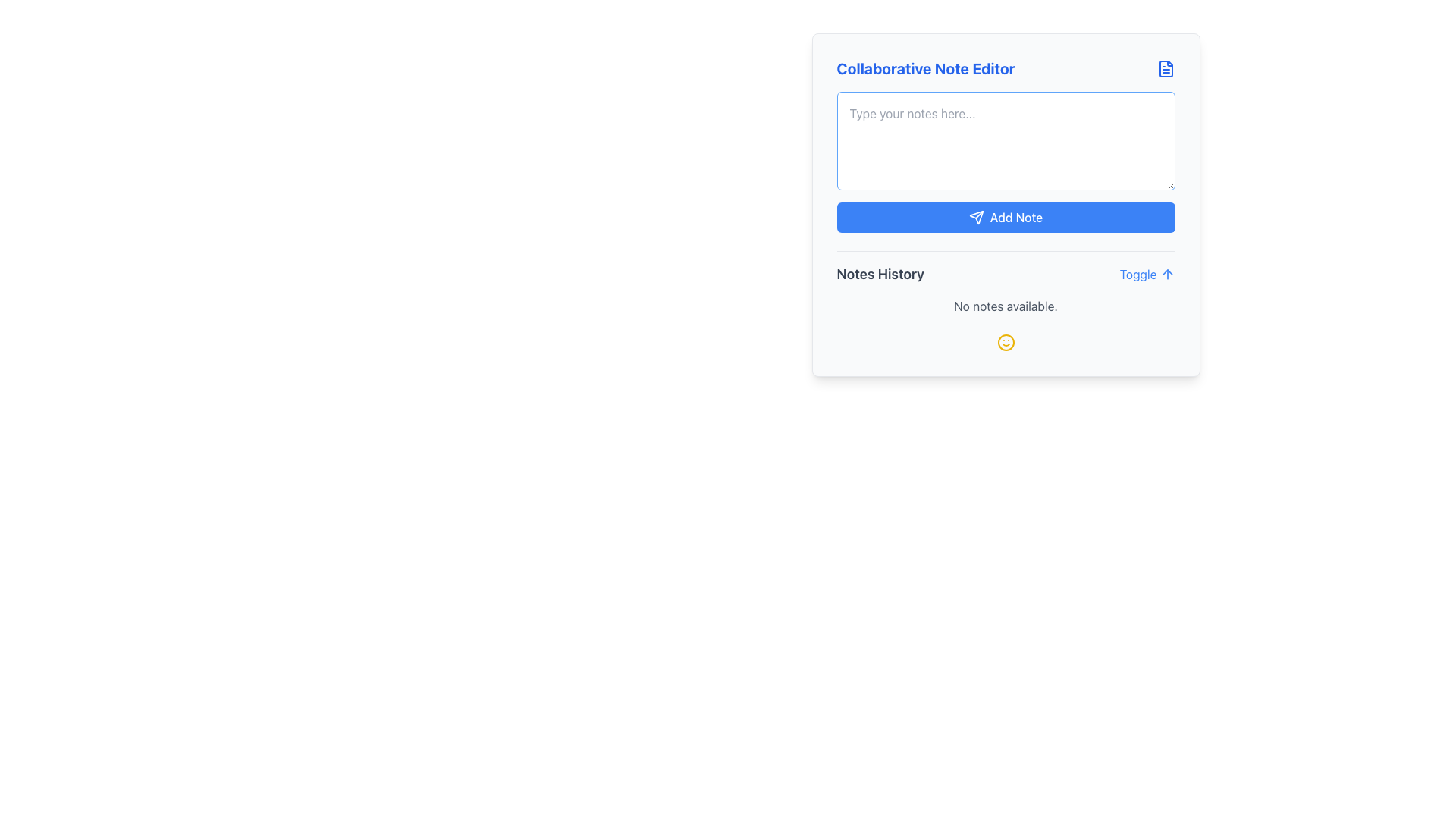  I want to click on the central circular shape of the smiley face icon located at the bottom center of the 'Notes History' section, so click(1006, 342).